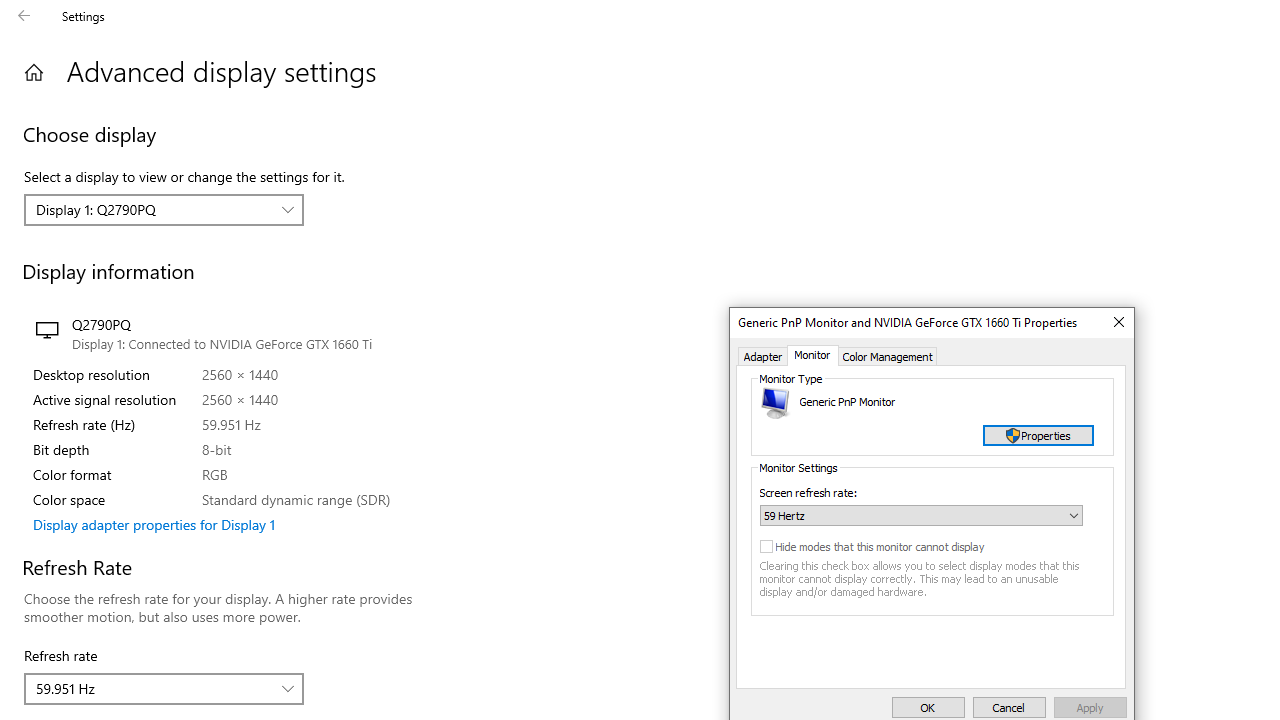 The image size is (1280, 720). What do you see at coordinates (927, 706) in the screenshot?
I see `'OK'` at bounding box center [927, 706].